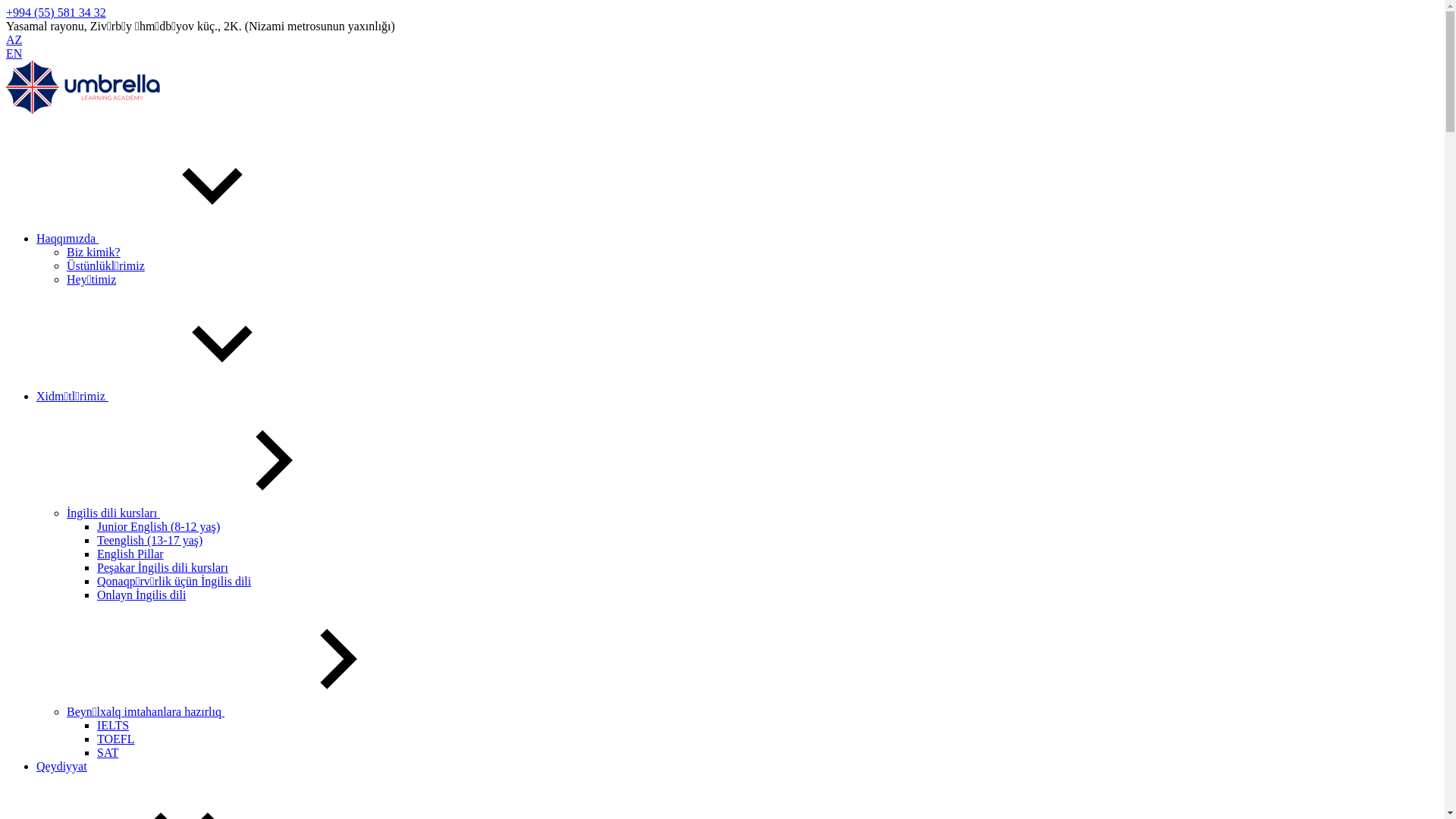  I want to click on 'TOEFL', so click(96, 738).